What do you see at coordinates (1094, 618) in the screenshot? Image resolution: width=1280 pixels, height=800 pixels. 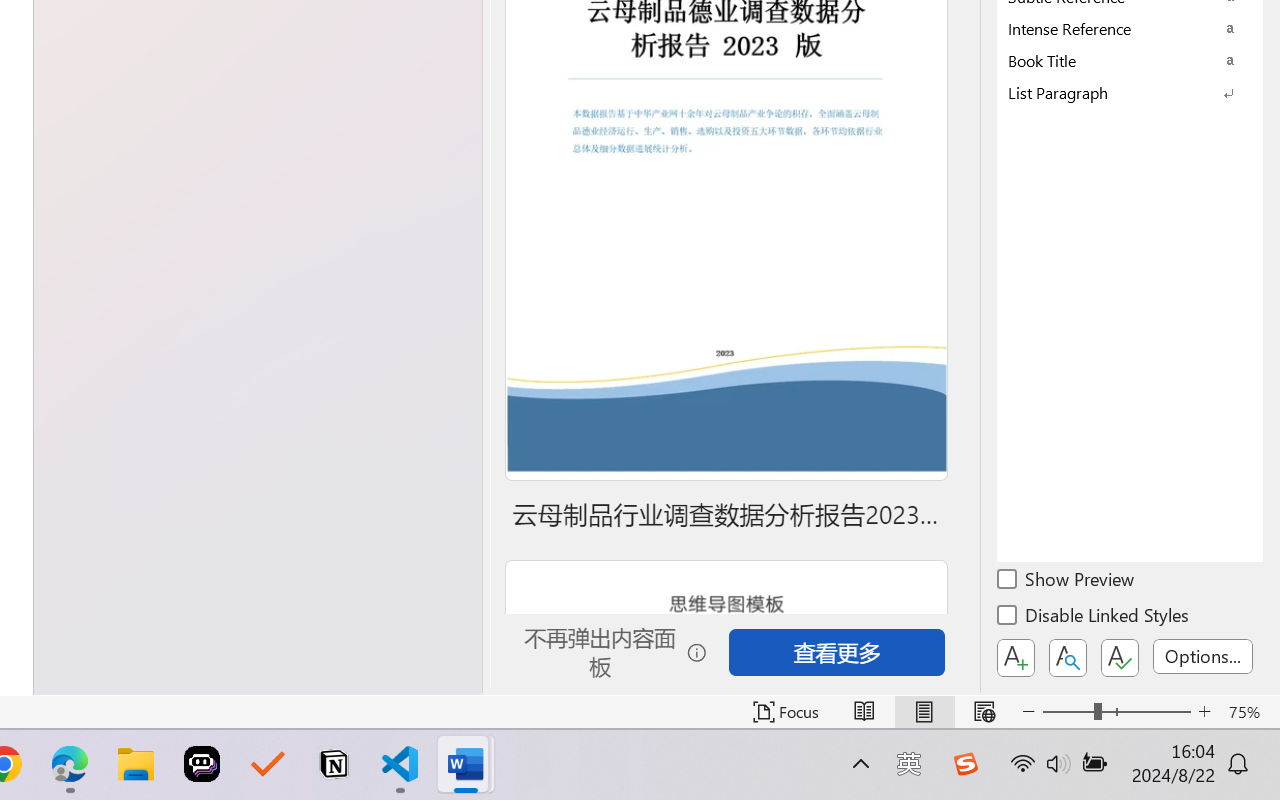 I see `'Disable Linked Styles'` at bounding box center [1094, 618].